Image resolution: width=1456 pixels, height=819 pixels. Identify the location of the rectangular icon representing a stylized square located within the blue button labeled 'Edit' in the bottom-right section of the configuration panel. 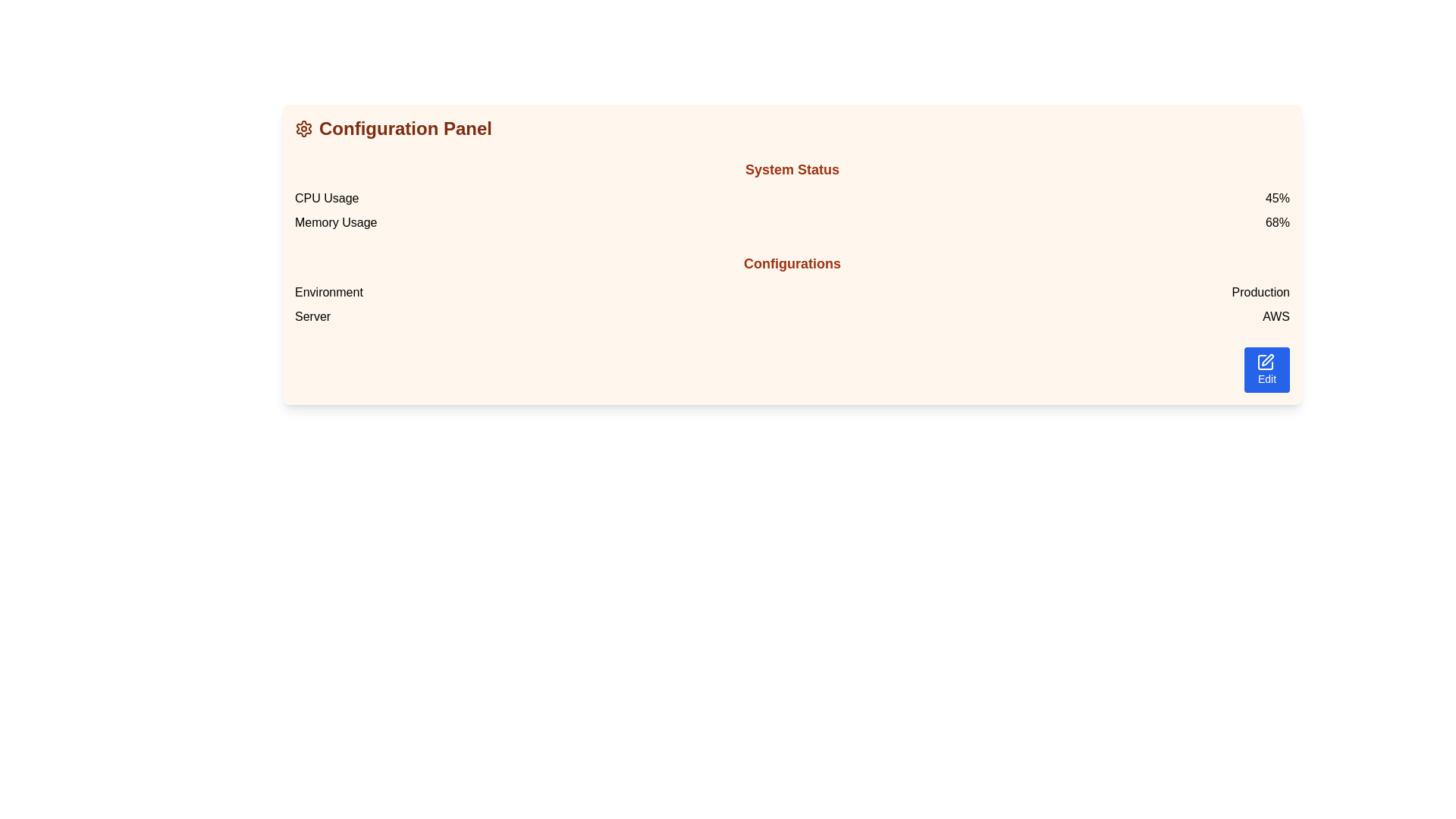
(1266, 362).